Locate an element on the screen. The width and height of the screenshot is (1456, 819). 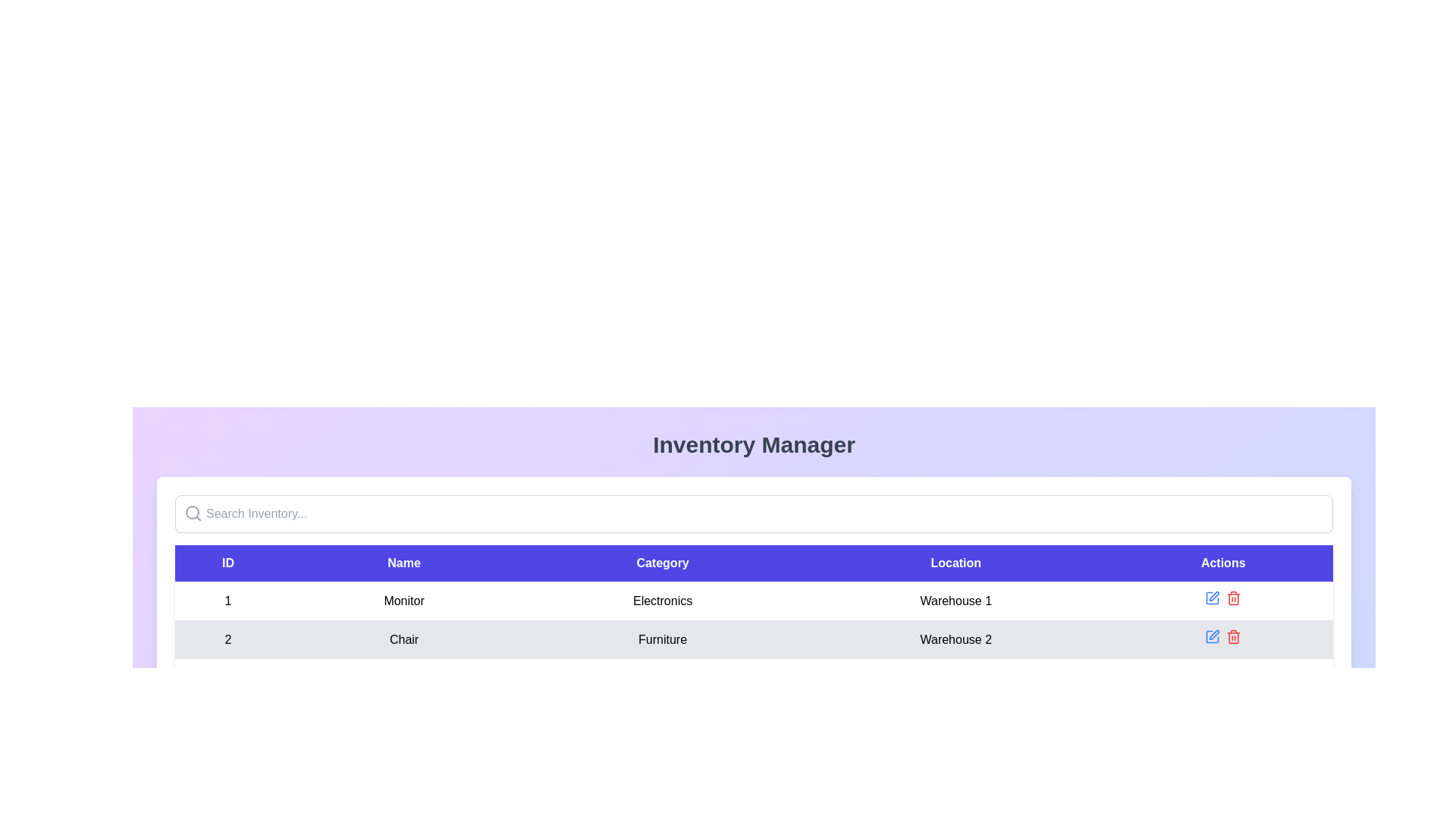
the edit action icon in the Actions column of the table, specifically associated with the inventory item 'Chair' in the second row is located at coordinates (1212, 598).